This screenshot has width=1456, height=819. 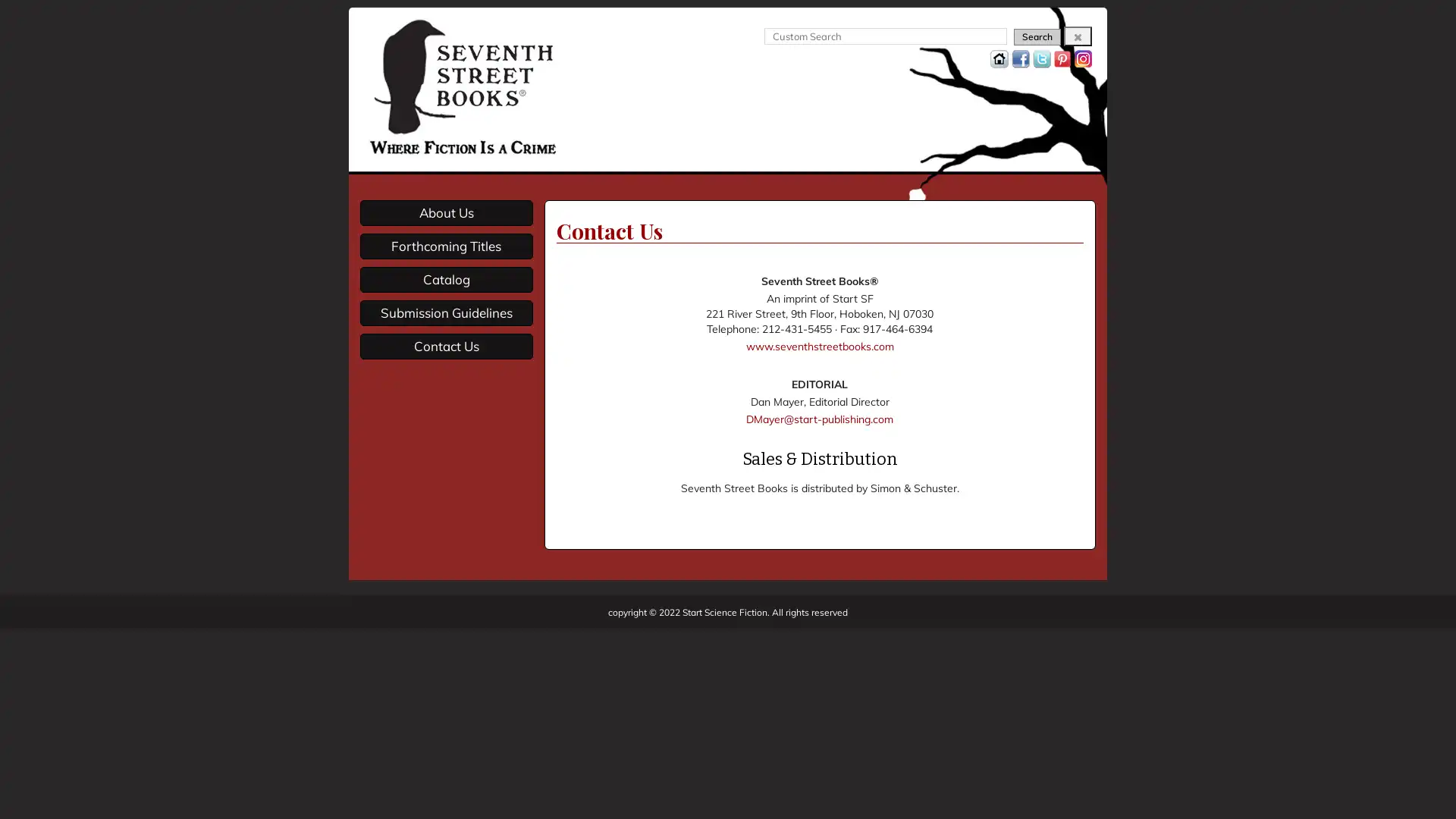 I want to click on Search, so click(x=1037, y=36).